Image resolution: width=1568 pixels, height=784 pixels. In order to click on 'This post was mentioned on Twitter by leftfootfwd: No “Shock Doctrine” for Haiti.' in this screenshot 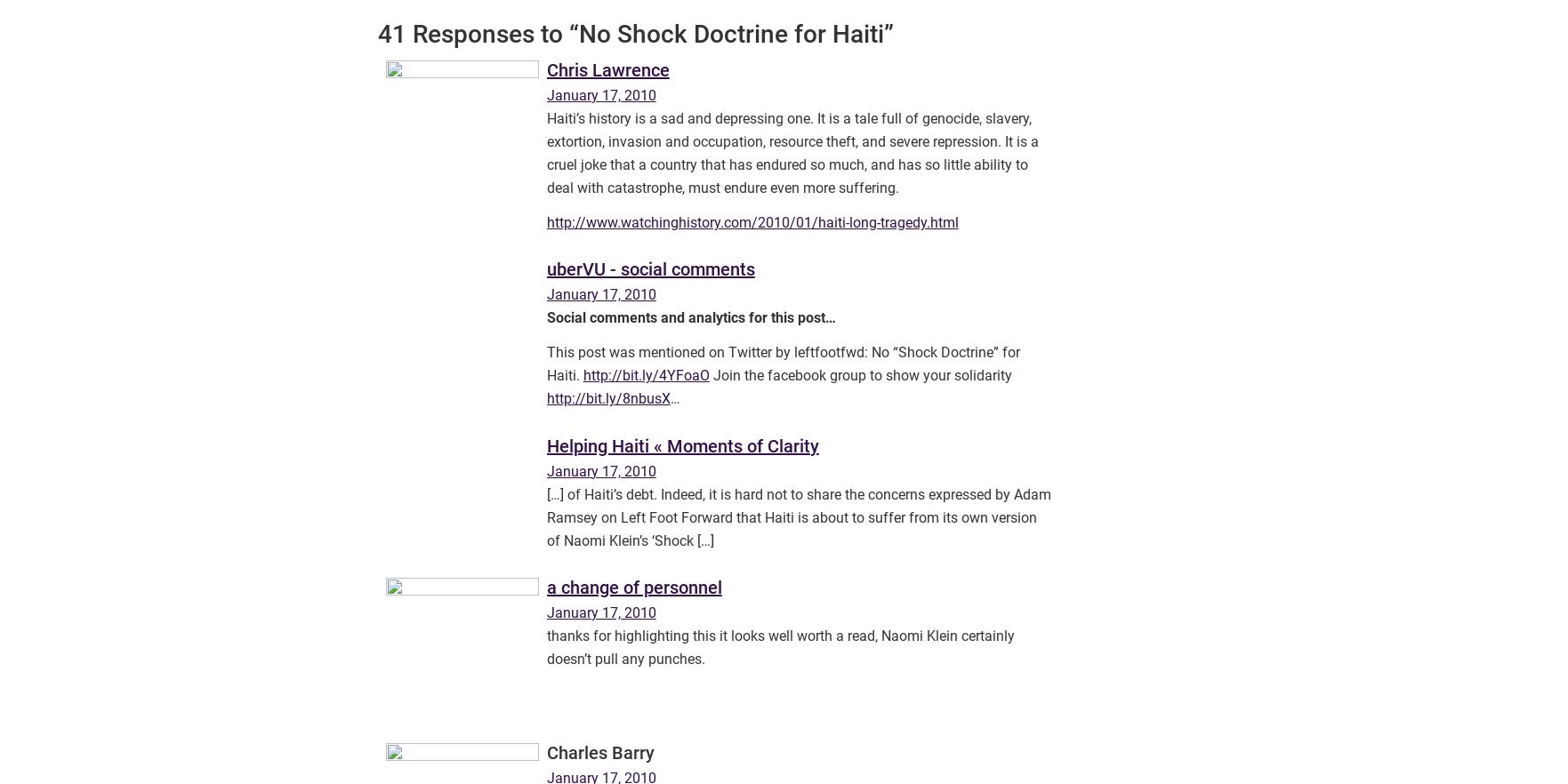, I will do `click(782, 364)`.